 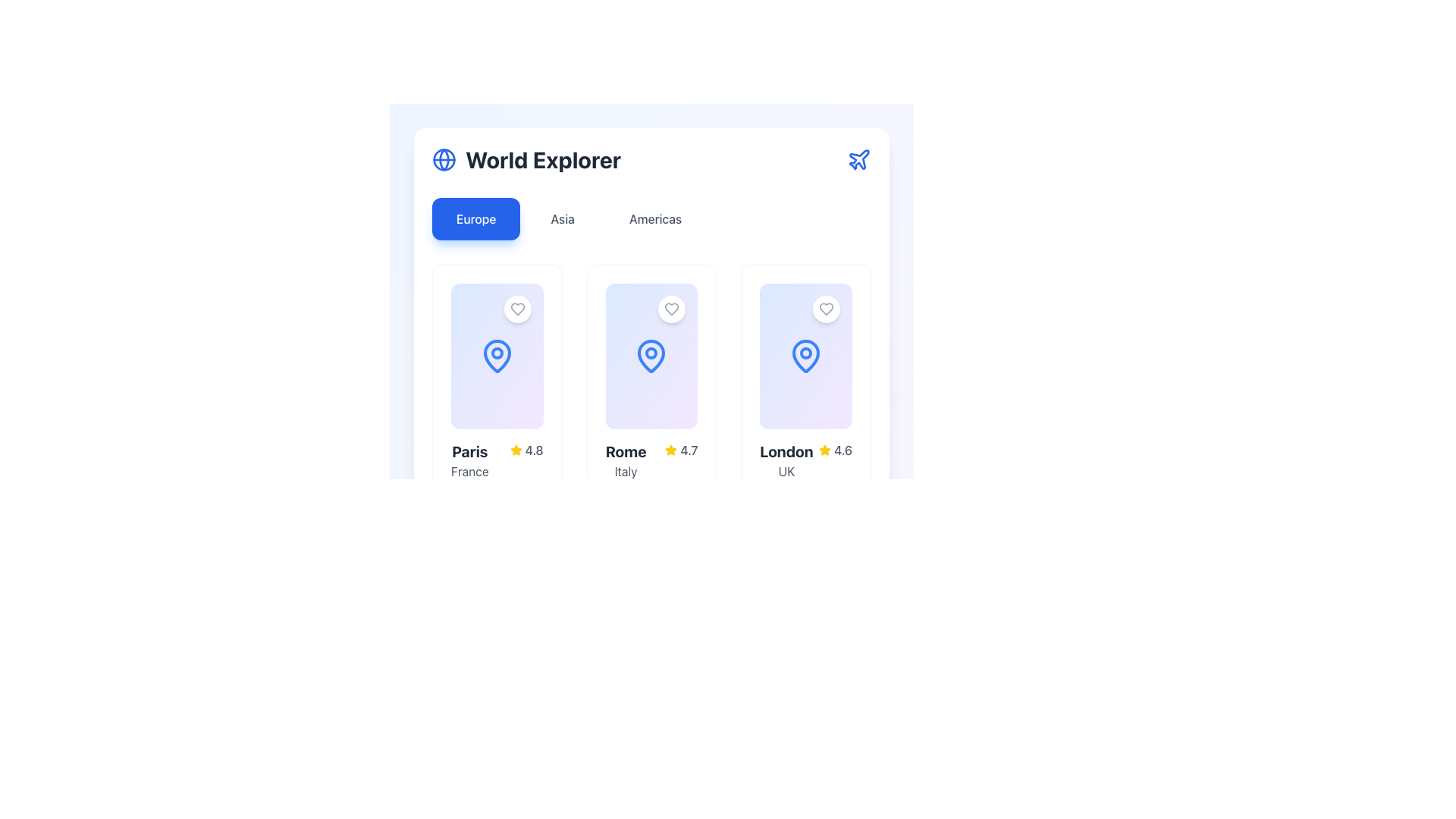 What do you see at coordinates (543, 160) in the screenshot?
I see `the text label reading 'World Explorer', which is styled in a bold and large font with a dark gray color, located in the top header region of the interface` at bounding box center [543, 160].